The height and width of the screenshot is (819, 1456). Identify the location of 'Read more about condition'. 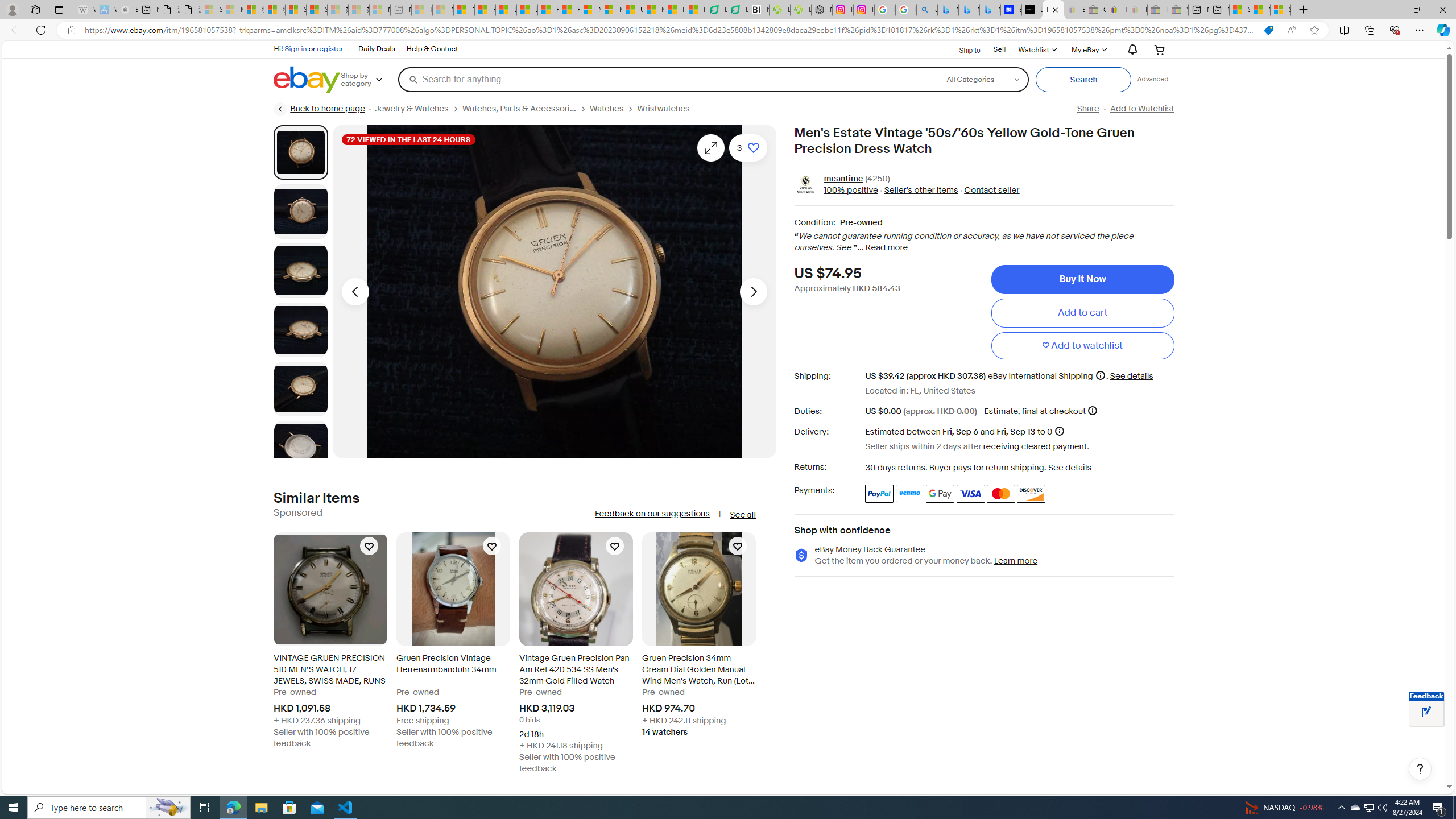
(886, 248).